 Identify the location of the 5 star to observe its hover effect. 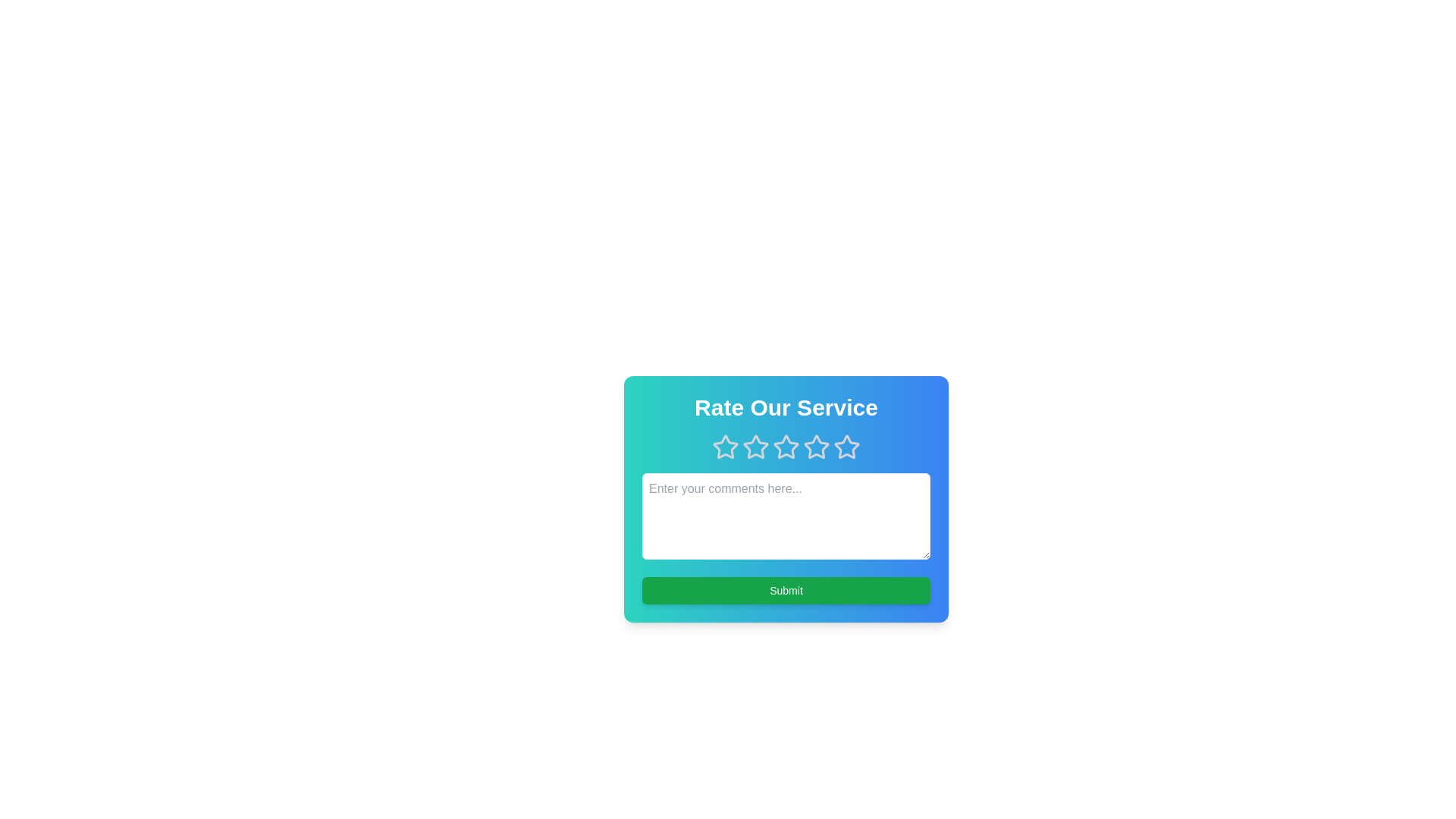
(846, 447).